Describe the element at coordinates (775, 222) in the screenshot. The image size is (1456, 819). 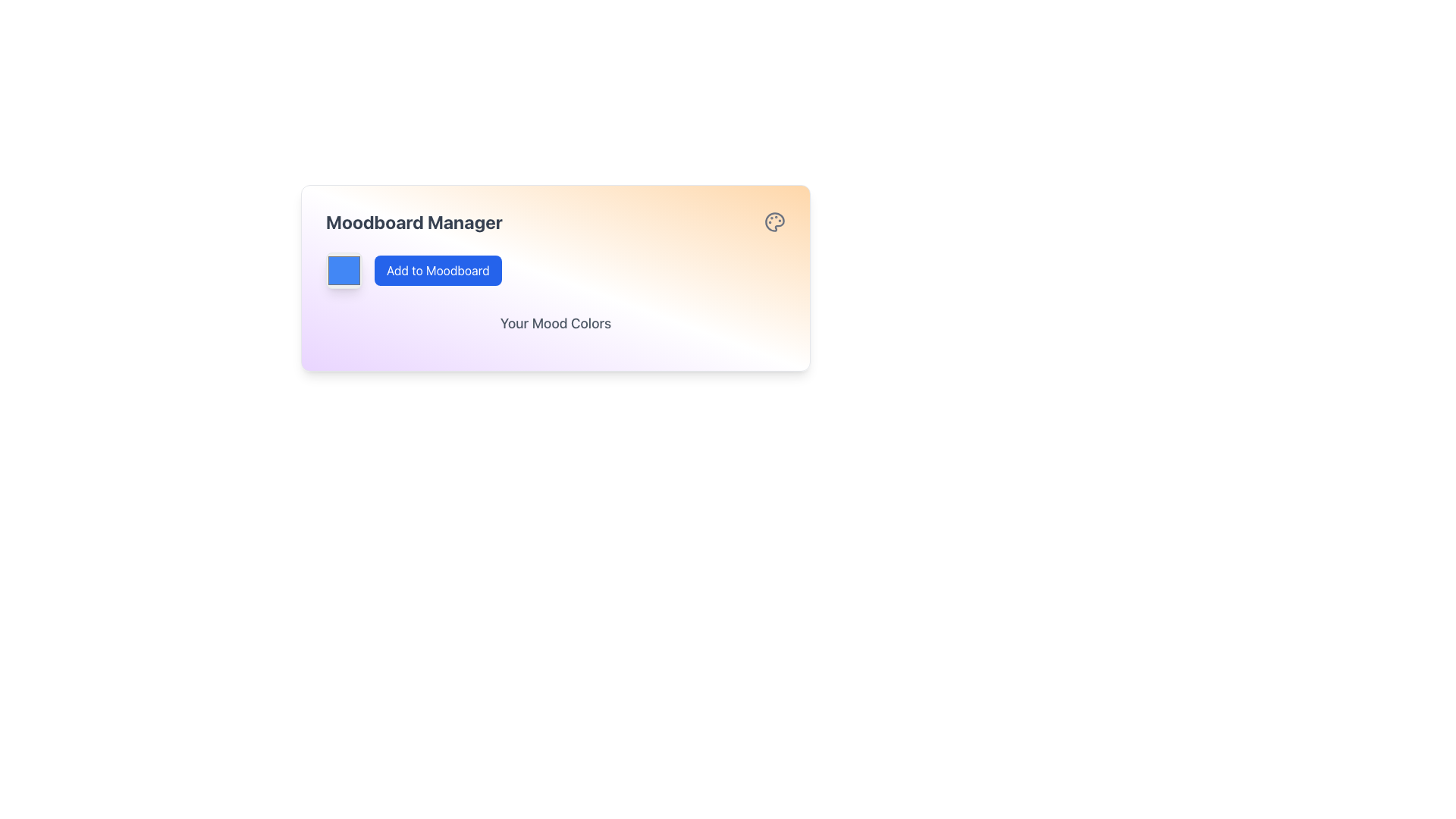
I see `the decorative icon in the Moodboard Manager interface, which represents features related to art, design, or color customization` at that location.